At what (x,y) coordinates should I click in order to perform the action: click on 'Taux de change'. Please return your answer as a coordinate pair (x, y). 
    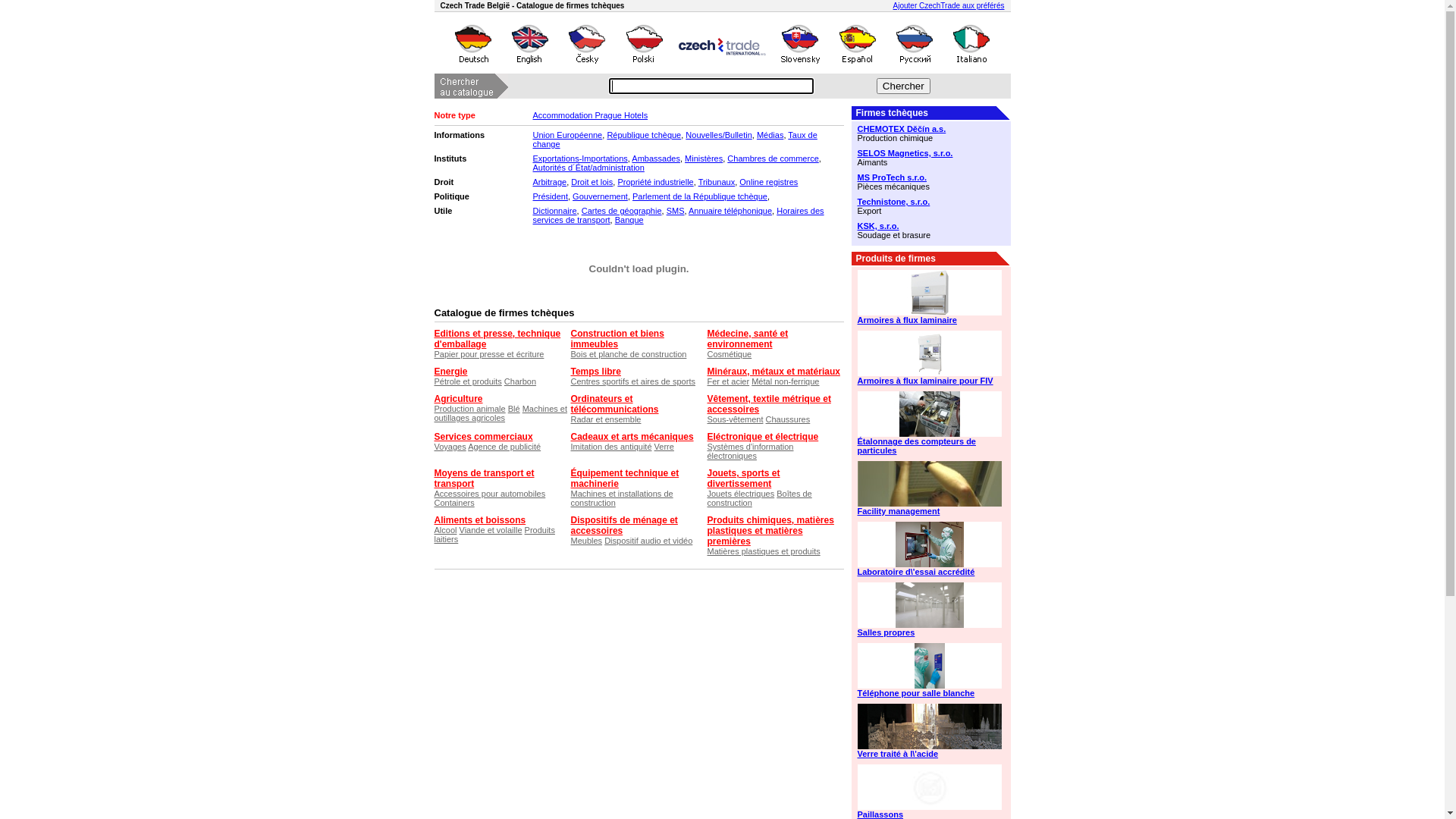
    Looking at the image, I should click on (673, 140).